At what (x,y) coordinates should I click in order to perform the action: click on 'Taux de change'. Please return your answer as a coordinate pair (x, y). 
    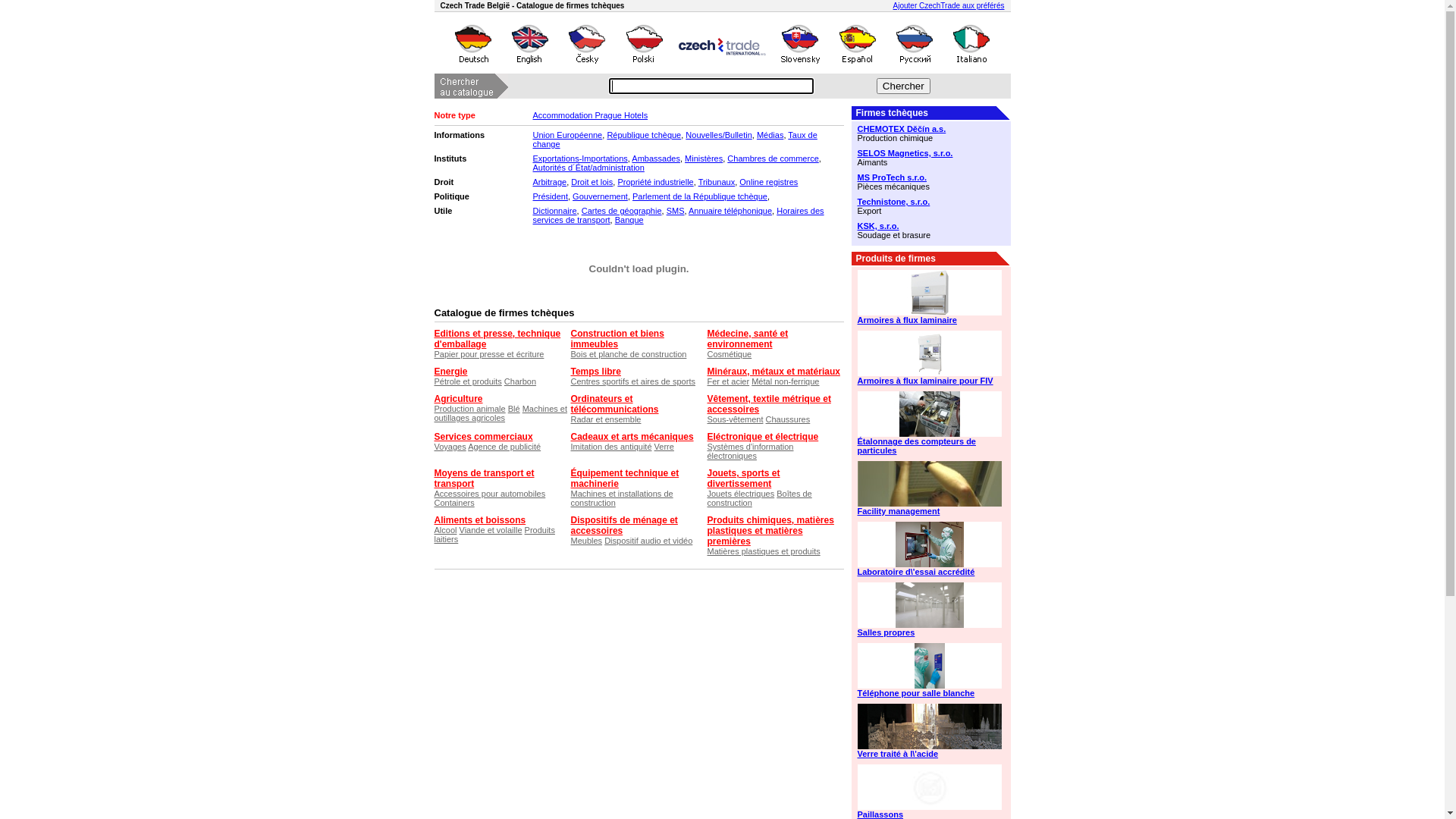
    Looking at the image, I should click on (673, 140).